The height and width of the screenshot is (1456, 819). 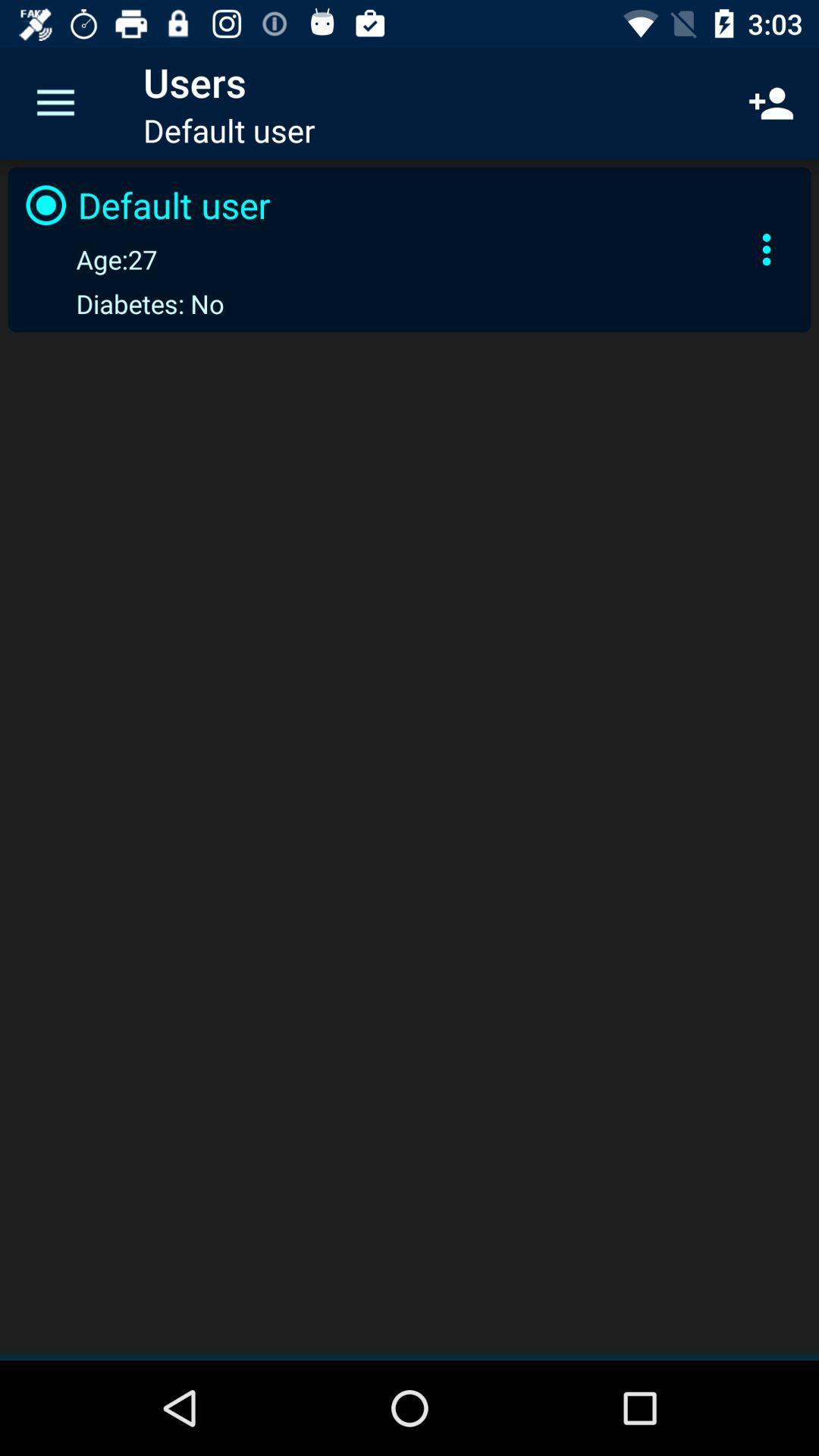 What do you see at coordinates (55, 102) in the screenshot?
I see `the icon next to users item` at bounding box center [55, 102].